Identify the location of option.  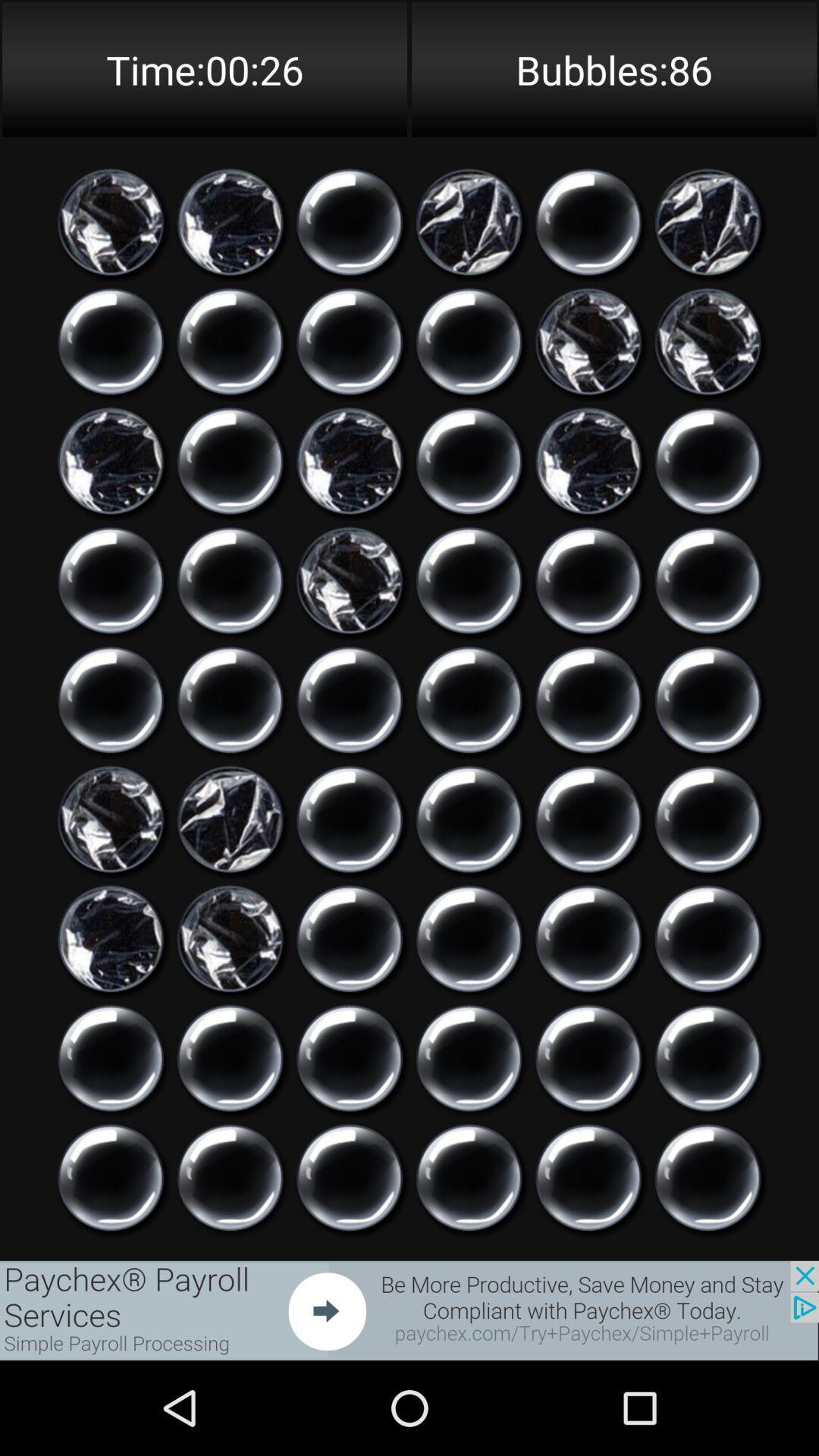
(230, 340).